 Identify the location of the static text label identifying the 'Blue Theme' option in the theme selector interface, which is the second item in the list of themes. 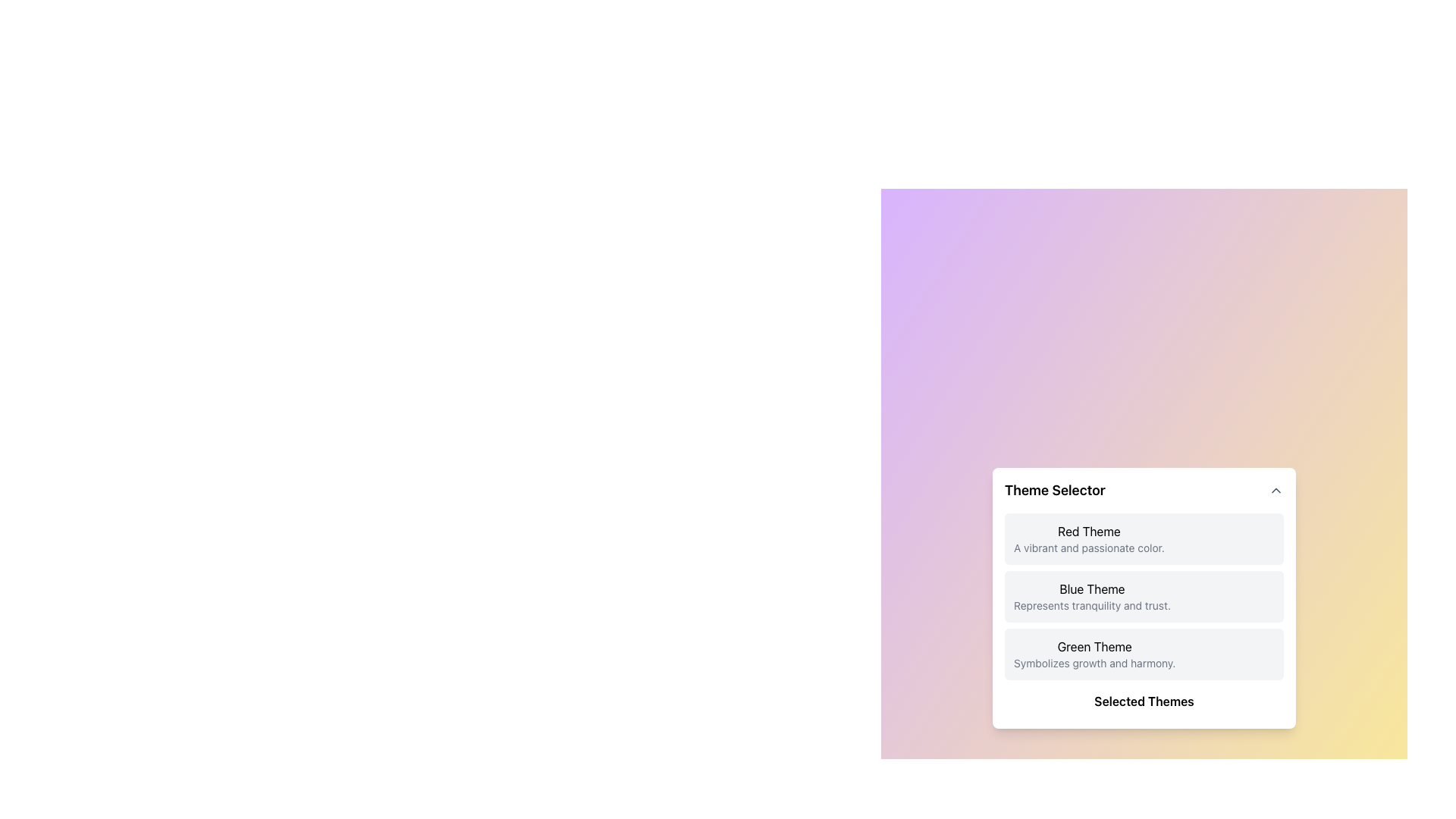
(1092, 588).